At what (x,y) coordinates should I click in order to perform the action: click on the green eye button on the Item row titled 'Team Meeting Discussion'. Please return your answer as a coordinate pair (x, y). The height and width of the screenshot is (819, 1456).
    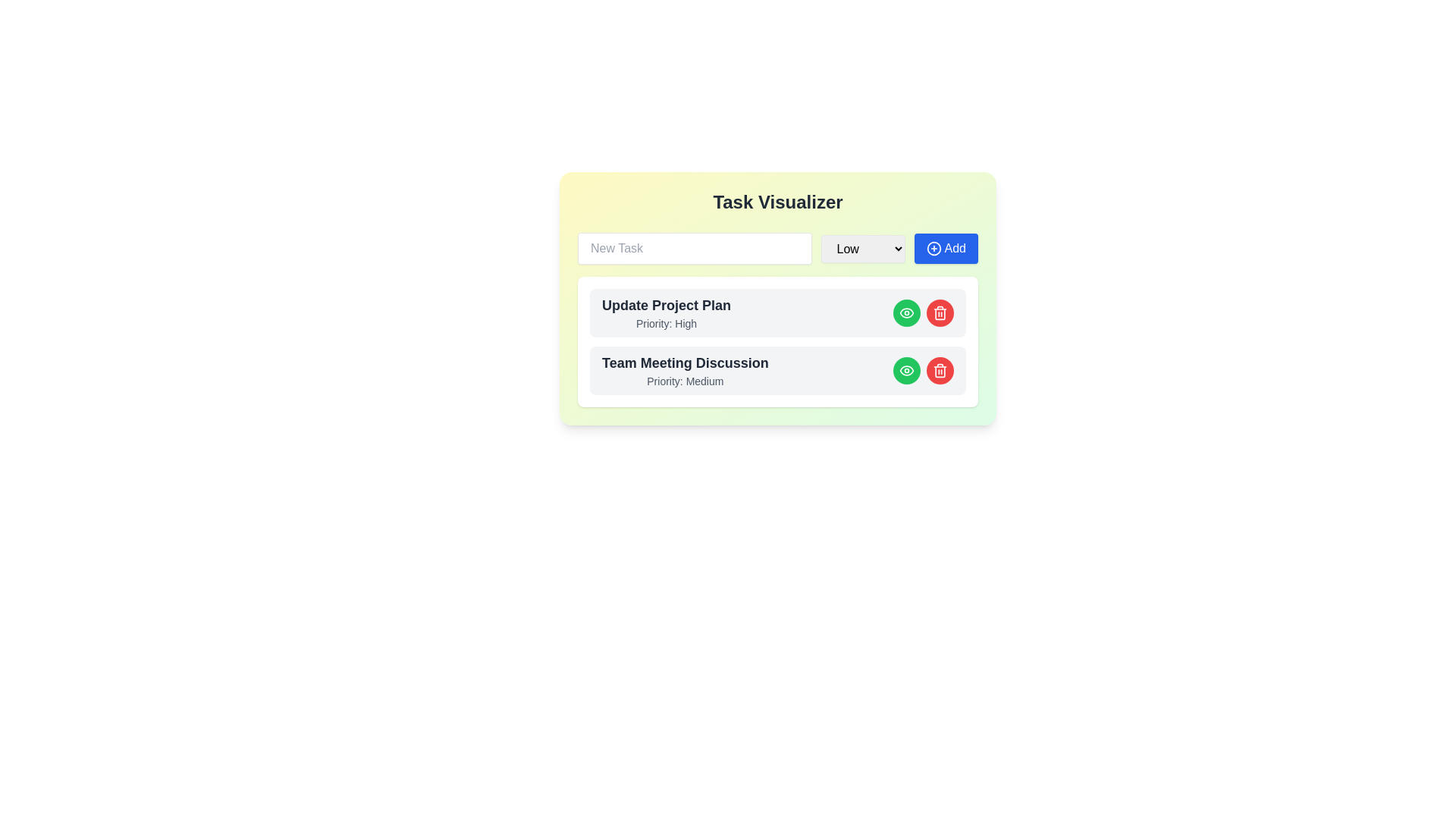
    Looking at the image, I should click on (778, 371).